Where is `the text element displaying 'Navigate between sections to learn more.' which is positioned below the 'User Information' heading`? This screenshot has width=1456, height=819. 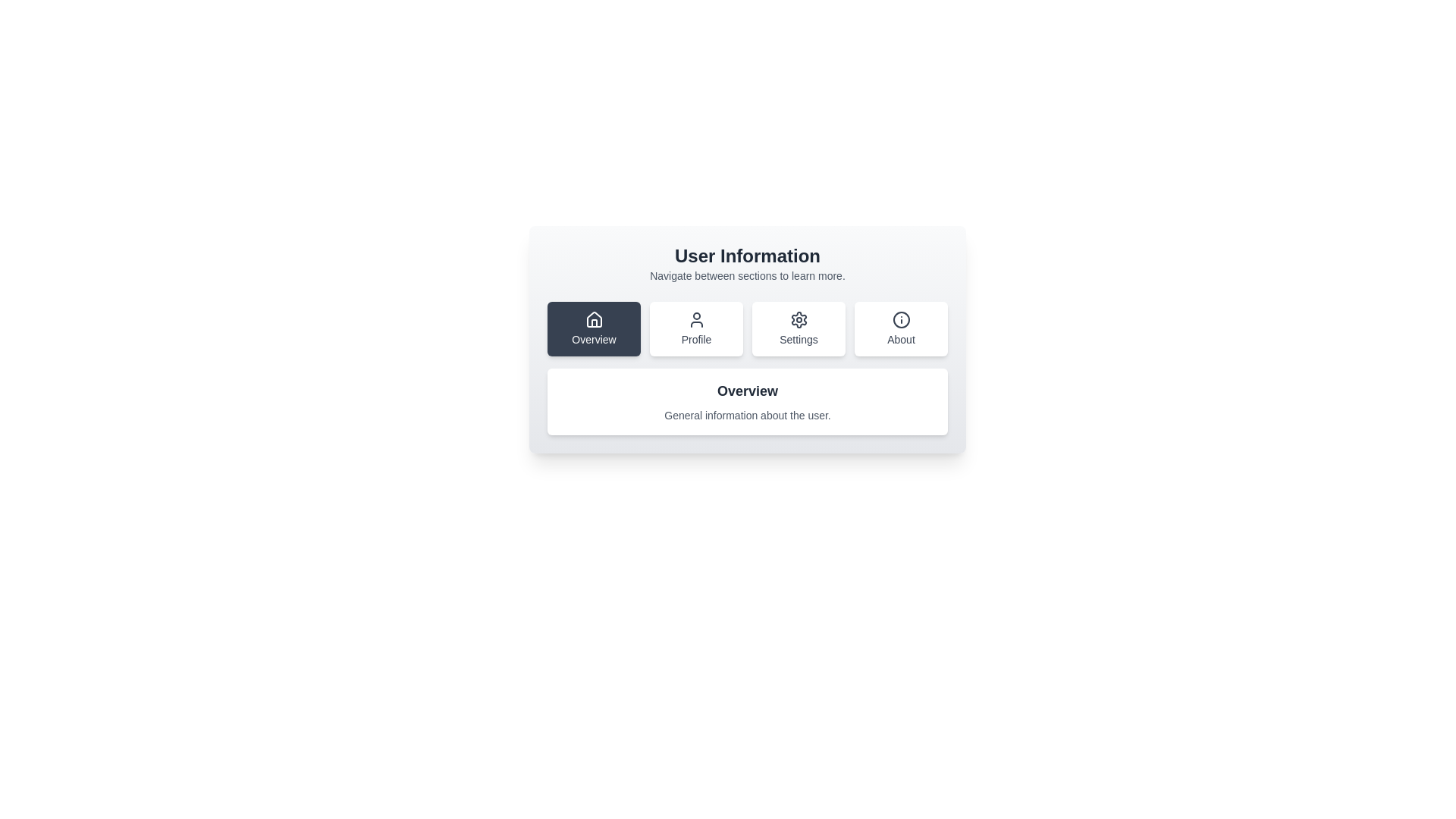
the text element displaying 'Navigate between sections to learn more.' which is positioned below the 'User Information' heading is located at coordinates (747, 275).